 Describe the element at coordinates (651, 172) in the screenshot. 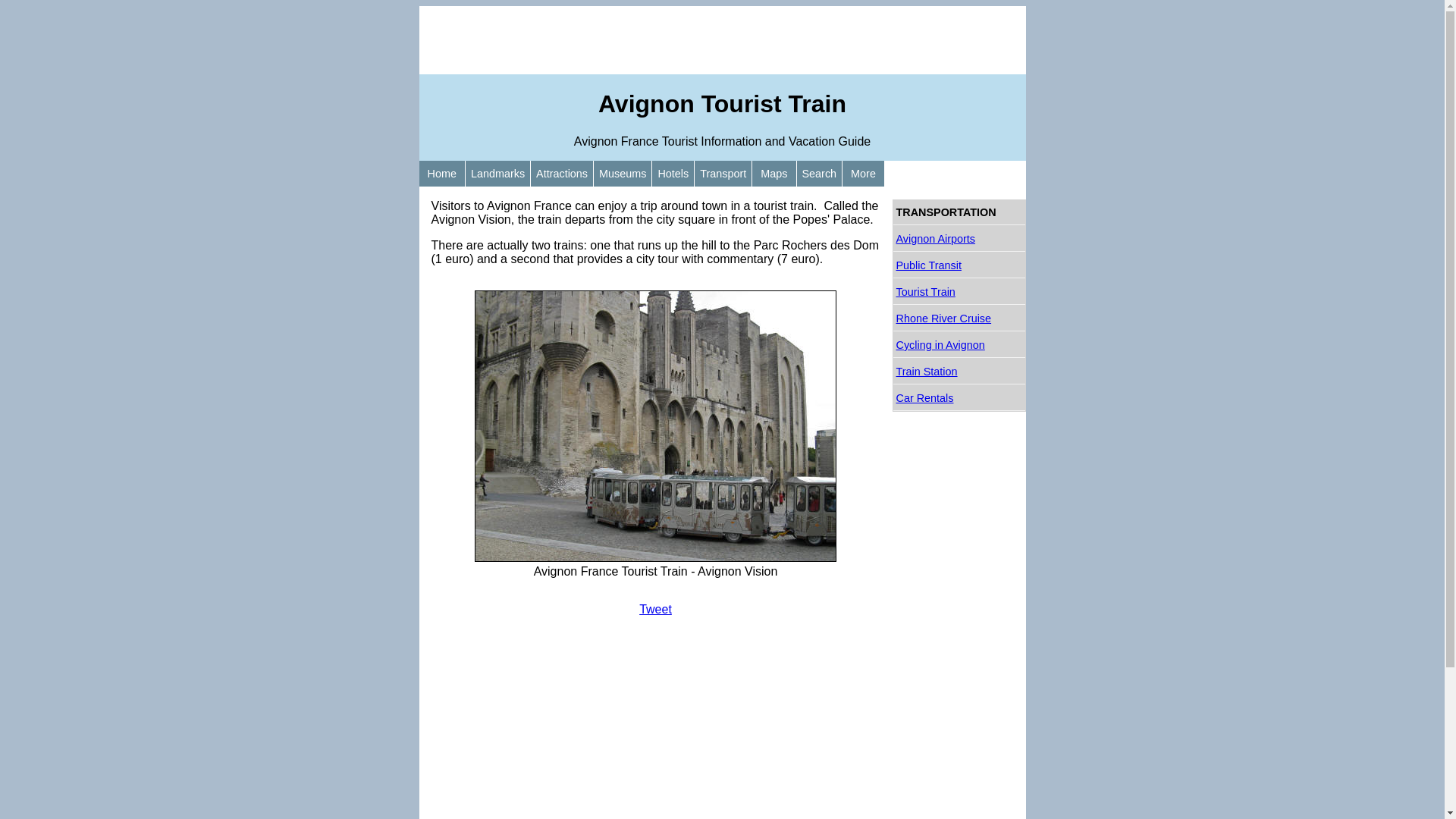

I see `'Hotels'` at that location.